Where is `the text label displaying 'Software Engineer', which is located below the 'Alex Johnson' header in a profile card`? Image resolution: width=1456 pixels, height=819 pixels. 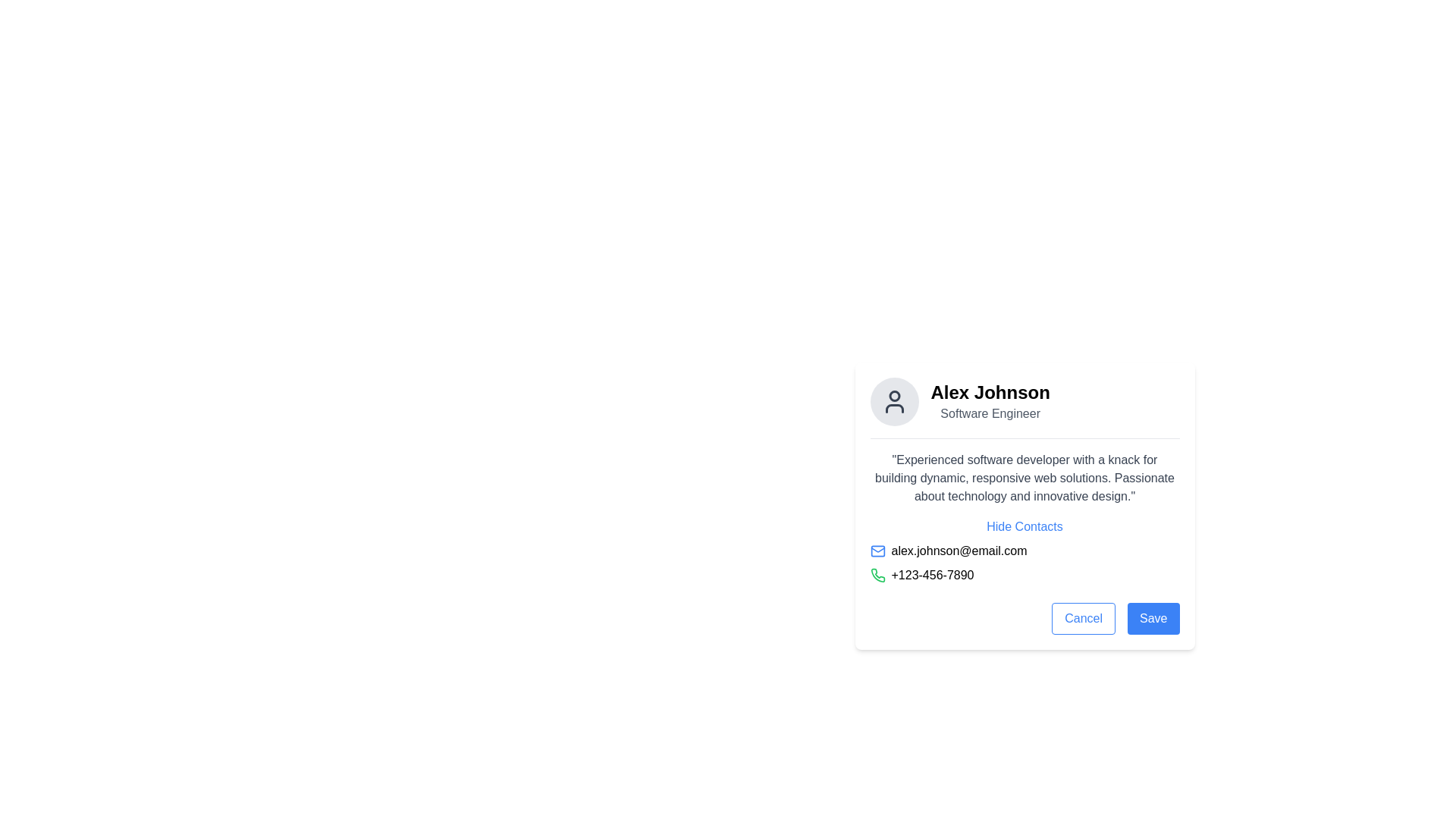 the text label displaying 'Software Engineer', which is located below the 'Alex Johnson' header in a profile card is located at coordinates (990, 414).